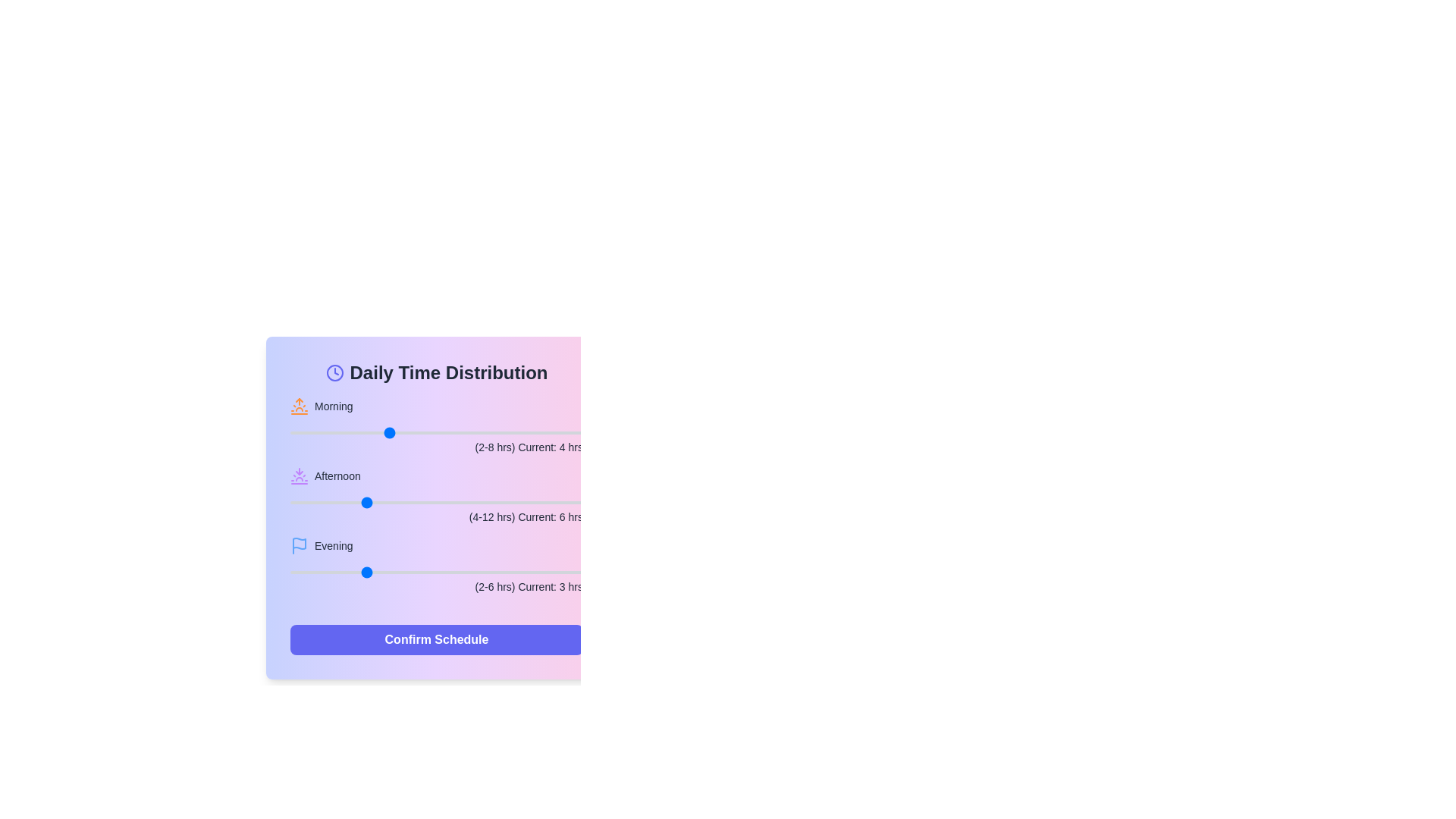 The height and width of the screenshot is (819, 1456). I want to click on the evening time allocation, so click(362, 573).